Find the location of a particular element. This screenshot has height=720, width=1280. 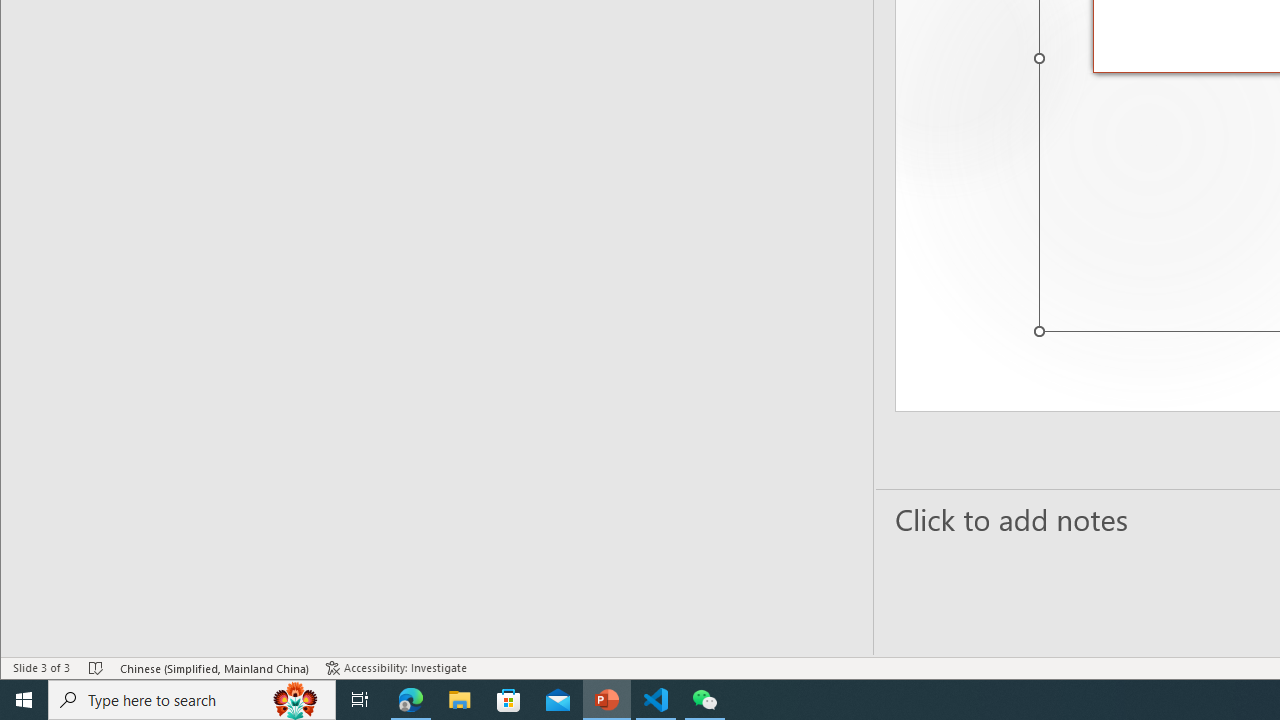

'Type here to search' is located at coordinates (192, 698).